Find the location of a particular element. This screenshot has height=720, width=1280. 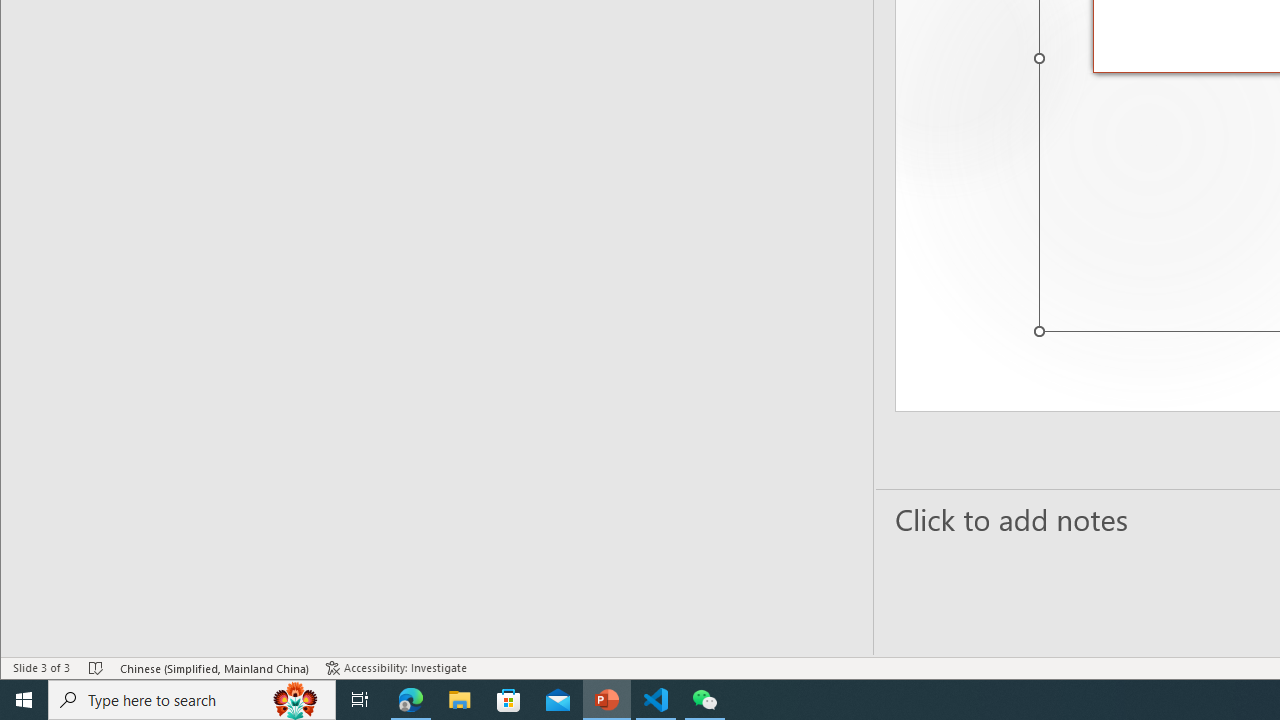

'Type here to search' is located at coordinates (192, 698).